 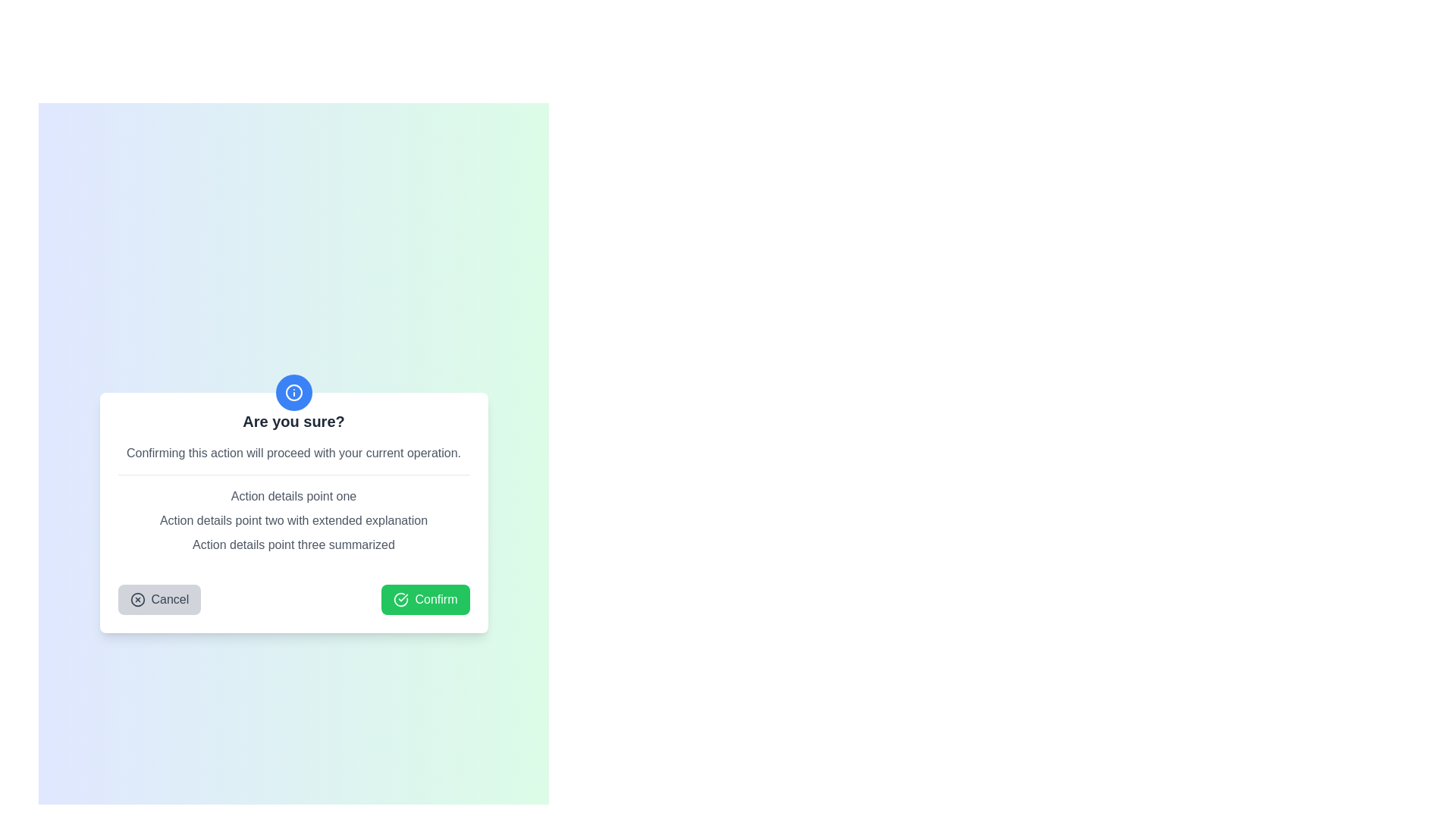 What do you see at coordinates (293, 391) in the screenshot?
I see `the circular information icon button, which has a vibrant blue background and a centered white 'i' icon, located at the top-center of the dialog box above the title 'Are you sure?'` at bounding box center [293, 391].